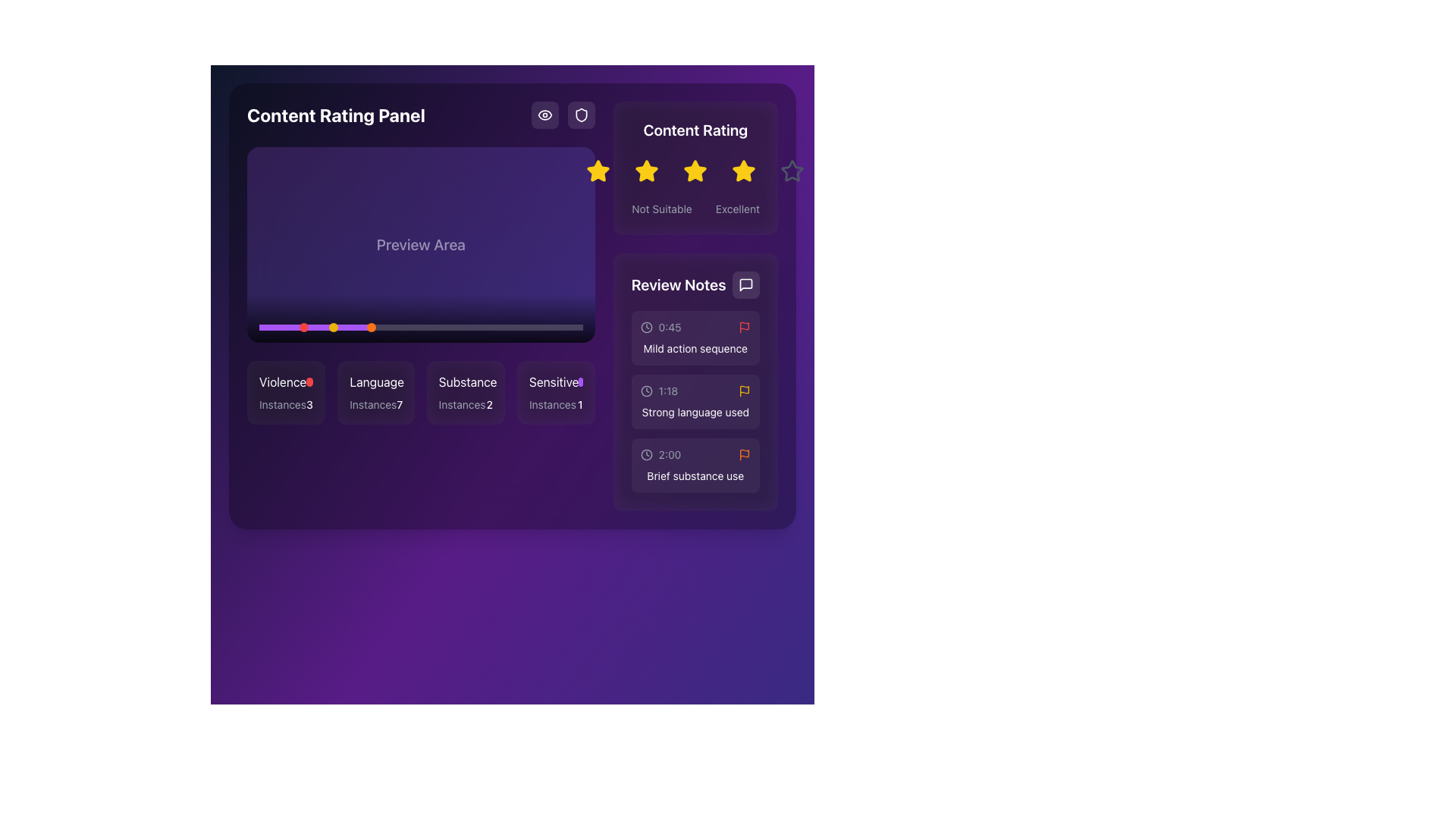  I want to click on timestamp information displayed in the text label located to the left of the note entry labeled 'Mild action sequence' in the 'Review Notes' section, so click(669, 327).